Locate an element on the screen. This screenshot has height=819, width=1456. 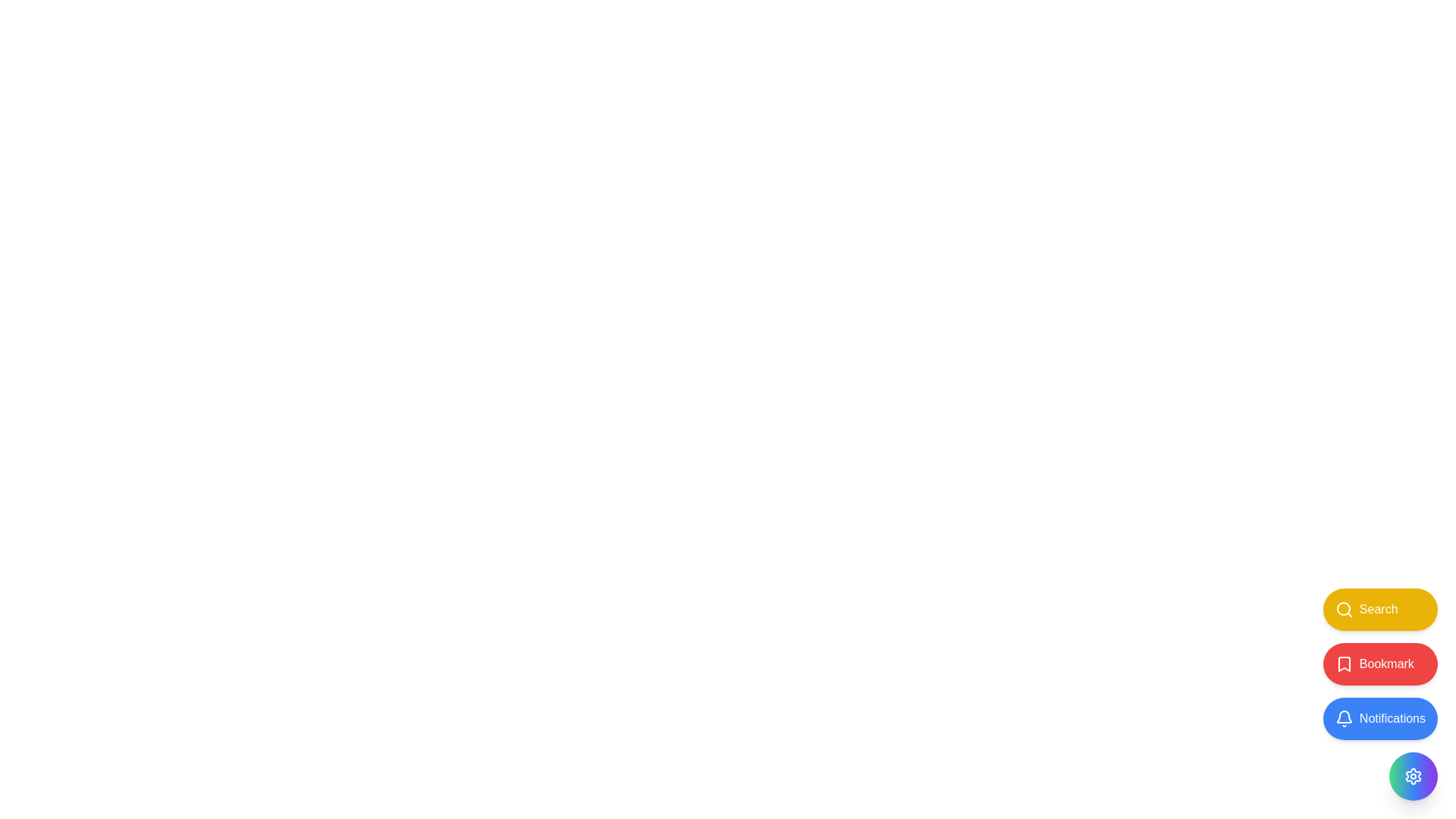
the bookmark button located between the yellow 'Search' button and the blue 'Notifications' button is located at coordinates (1380, 663).